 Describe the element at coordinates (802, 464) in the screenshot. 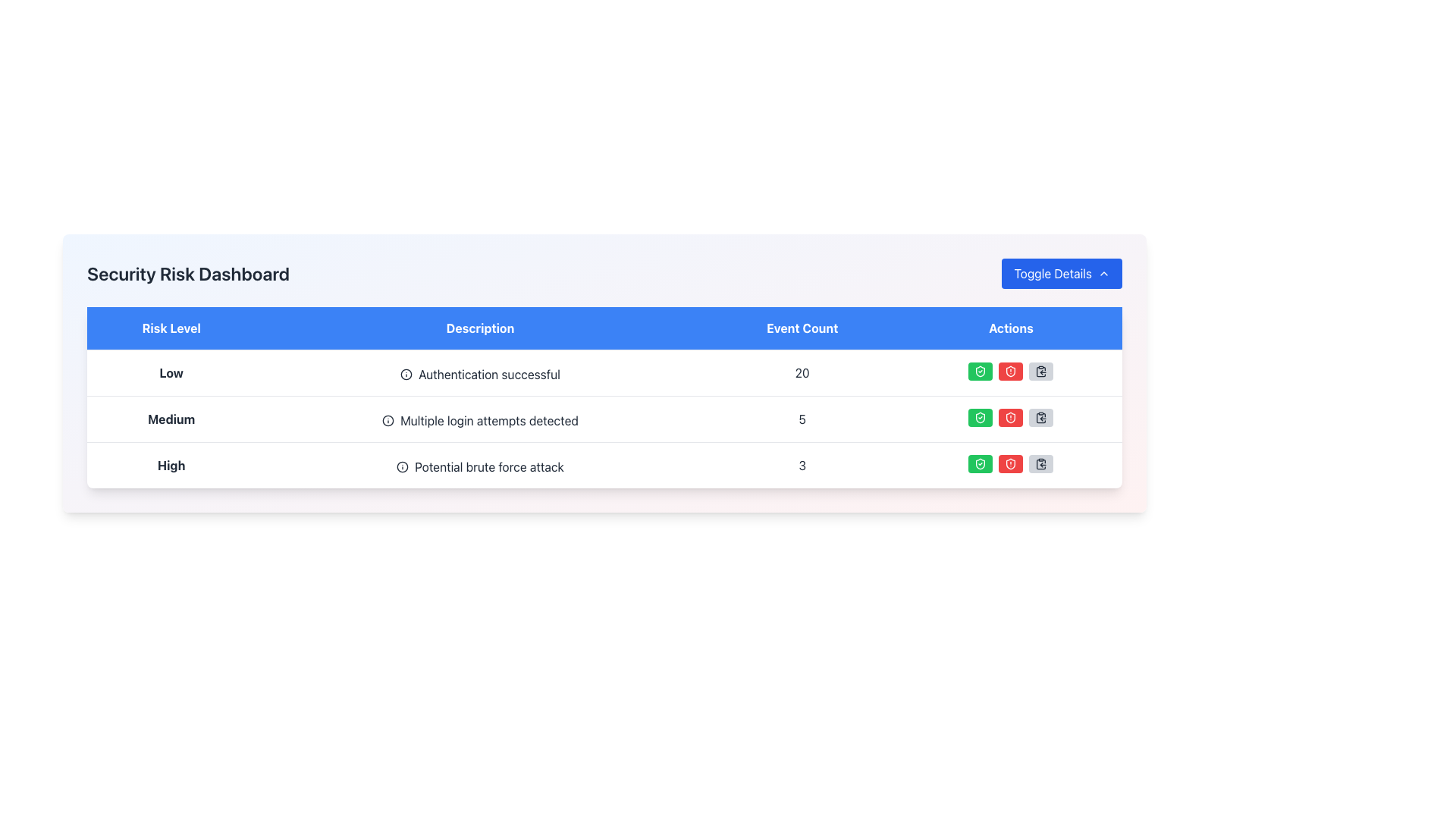

I see `the centered, bold numeral '3' in the 'Event Count' column of the 'High' risk level row in the structured table layout` at that location.